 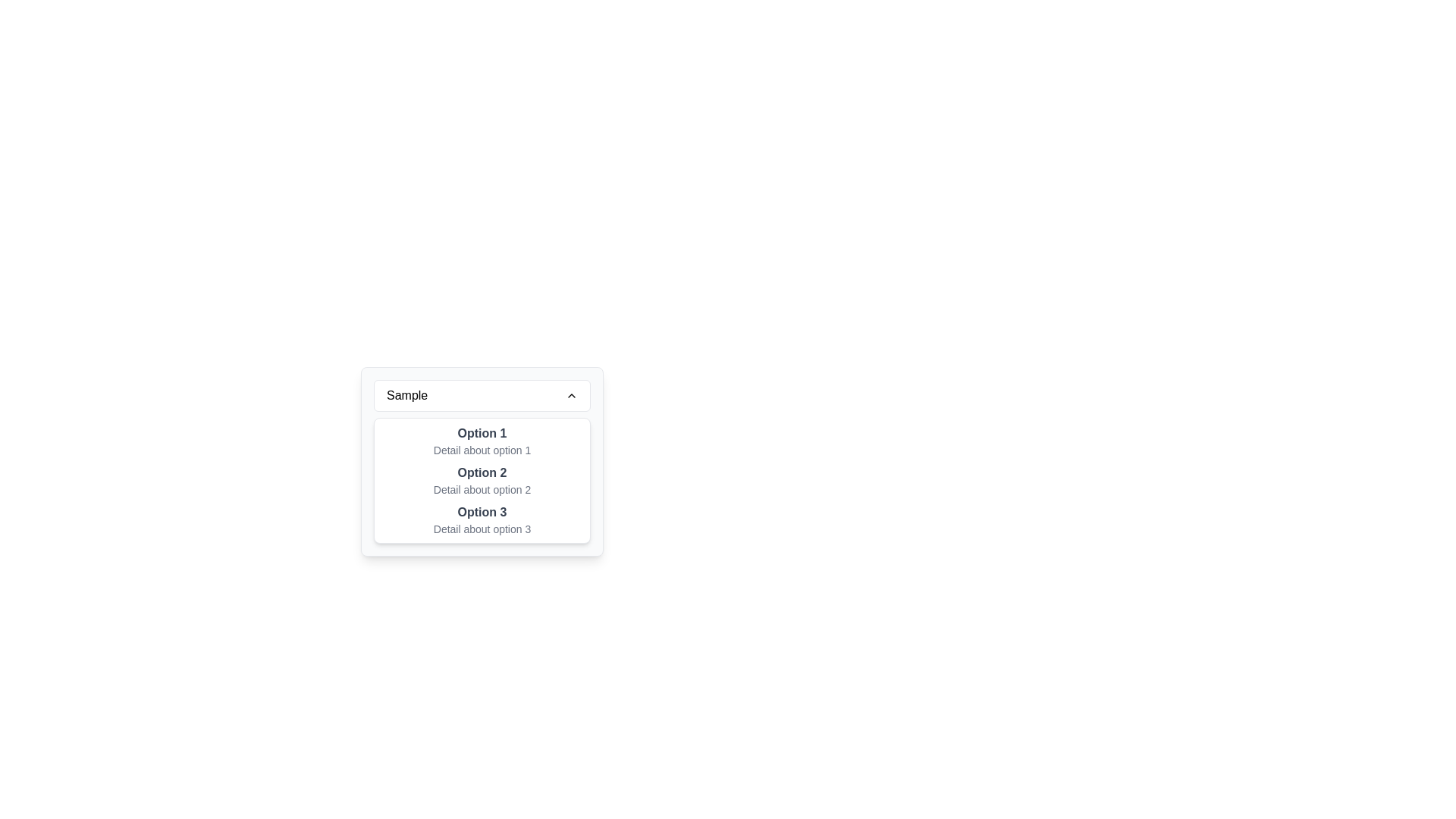 I want to click on the 'Option 3' text label, which is bold and dark gray, so click(x=481, y=512).